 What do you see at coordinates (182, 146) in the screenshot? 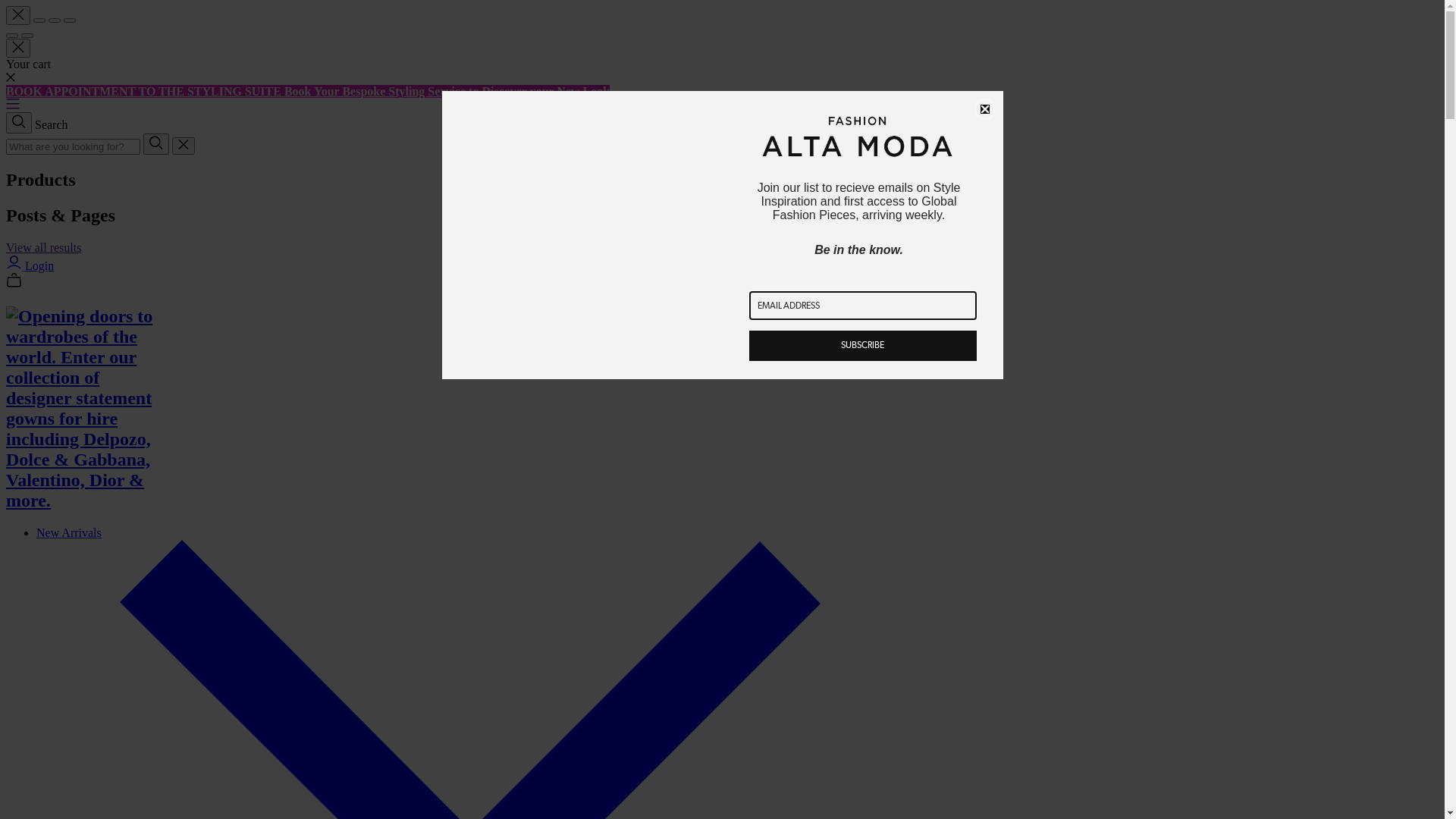
I see `'Close Icon'` at bounding box center [182, 146].